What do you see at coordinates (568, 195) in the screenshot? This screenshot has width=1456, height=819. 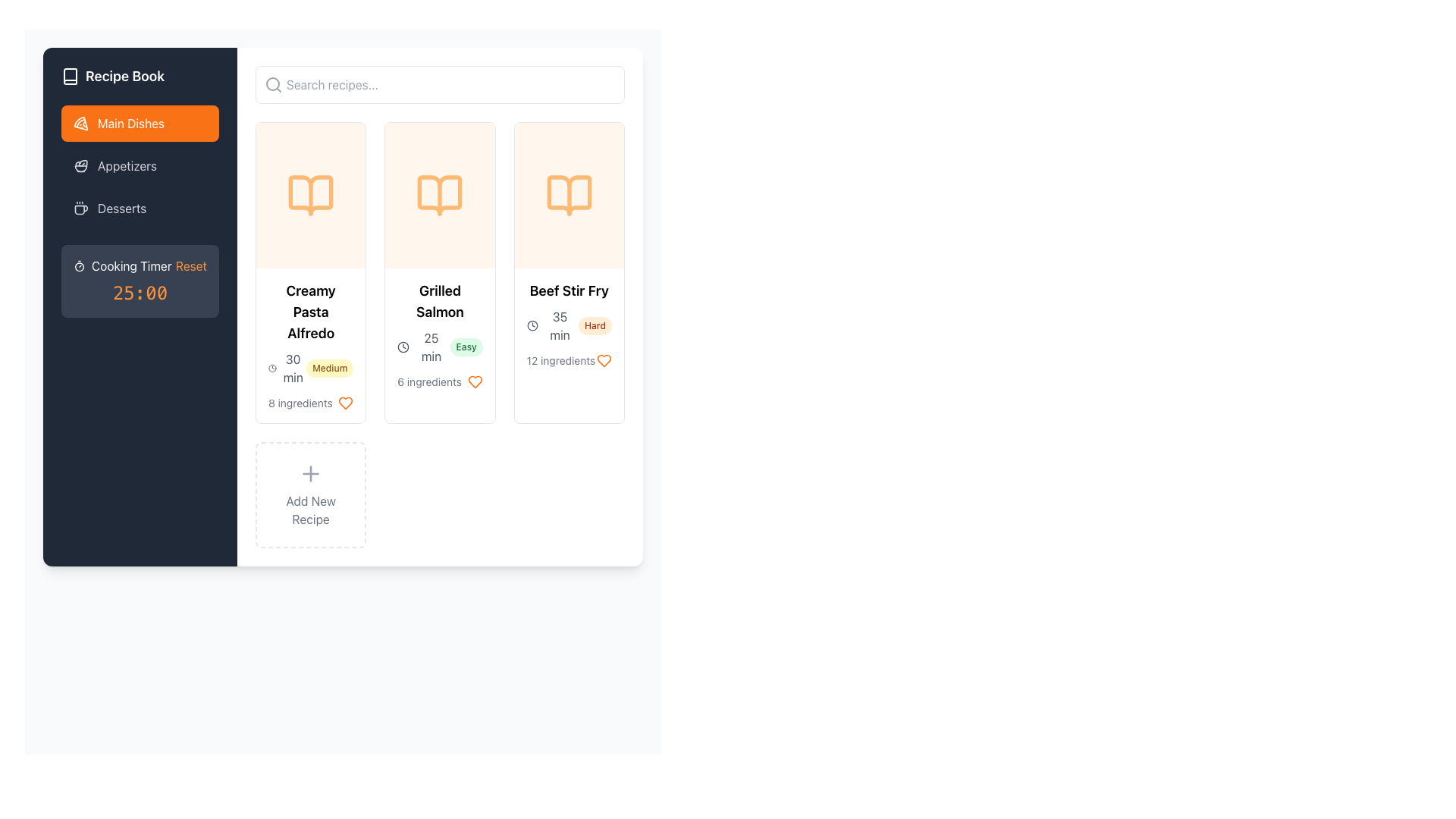 I see `the light orange book icon located in the third recipe card from the left, which features rounded edges and is part of a horizontally arranged list of recipe cards` at bounding box center [568, 195].